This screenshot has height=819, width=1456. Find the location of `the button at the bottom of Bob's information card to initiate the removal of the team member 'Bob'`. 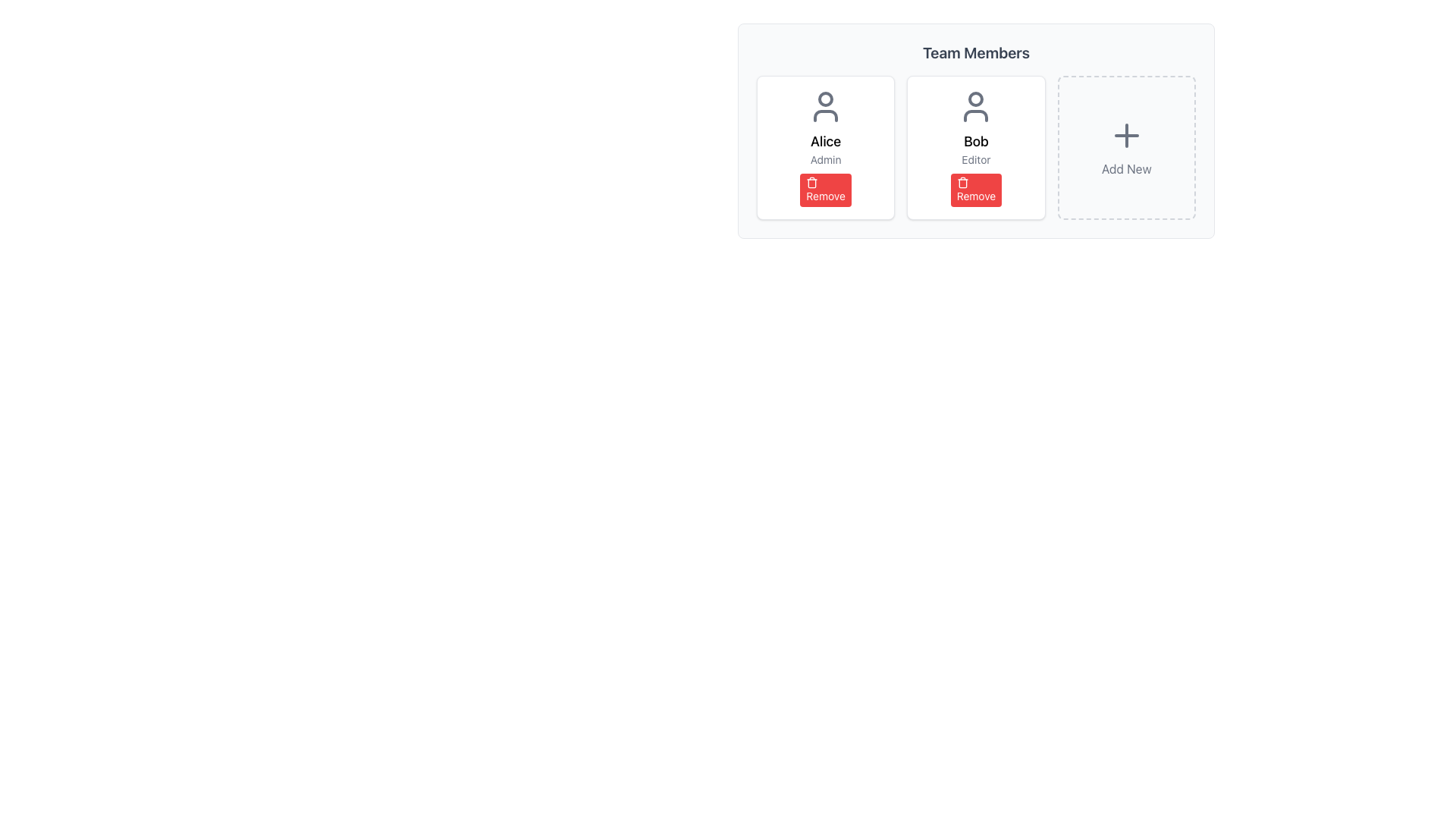

the button at the bottom of Bob's information card to initiate the removal of the team member 'Bob' is located at coordinates (976, 189).